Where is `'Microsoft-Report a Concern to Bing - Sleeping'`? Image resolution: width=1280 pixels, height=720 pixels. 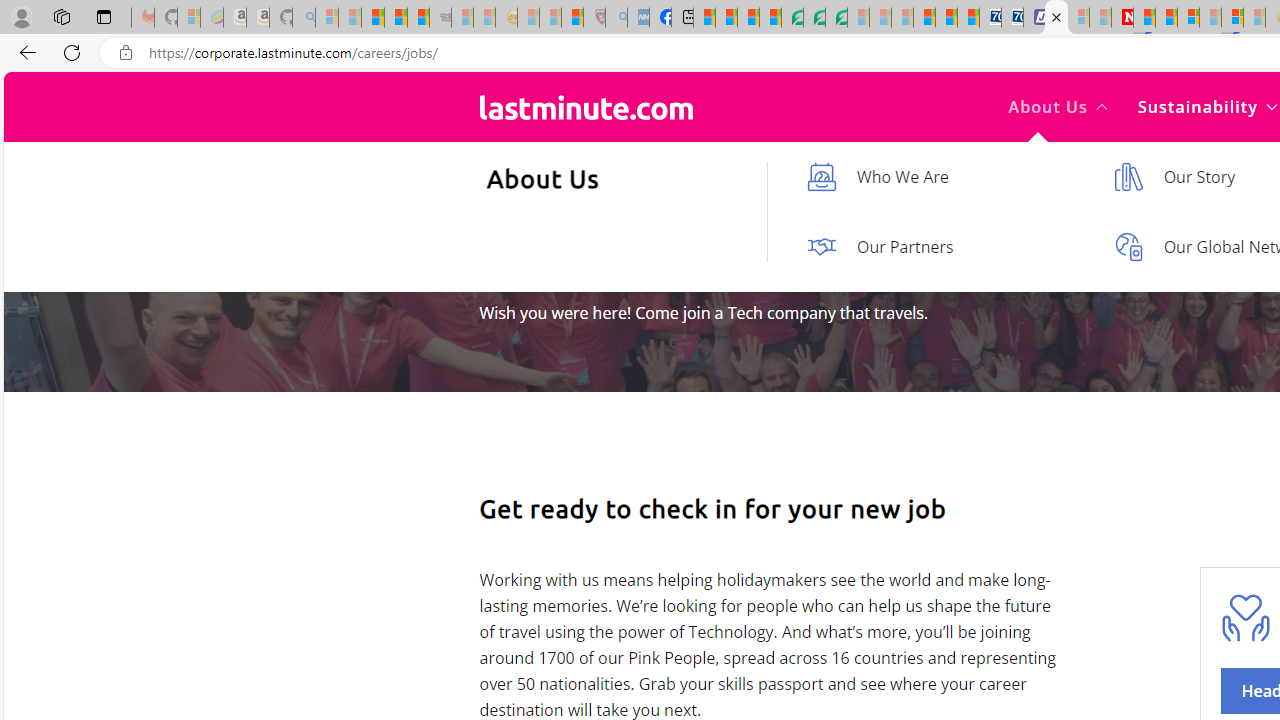
'Microsoft-Report a Concern to Bing - Sleeping' is located at coordinates (188, 17).